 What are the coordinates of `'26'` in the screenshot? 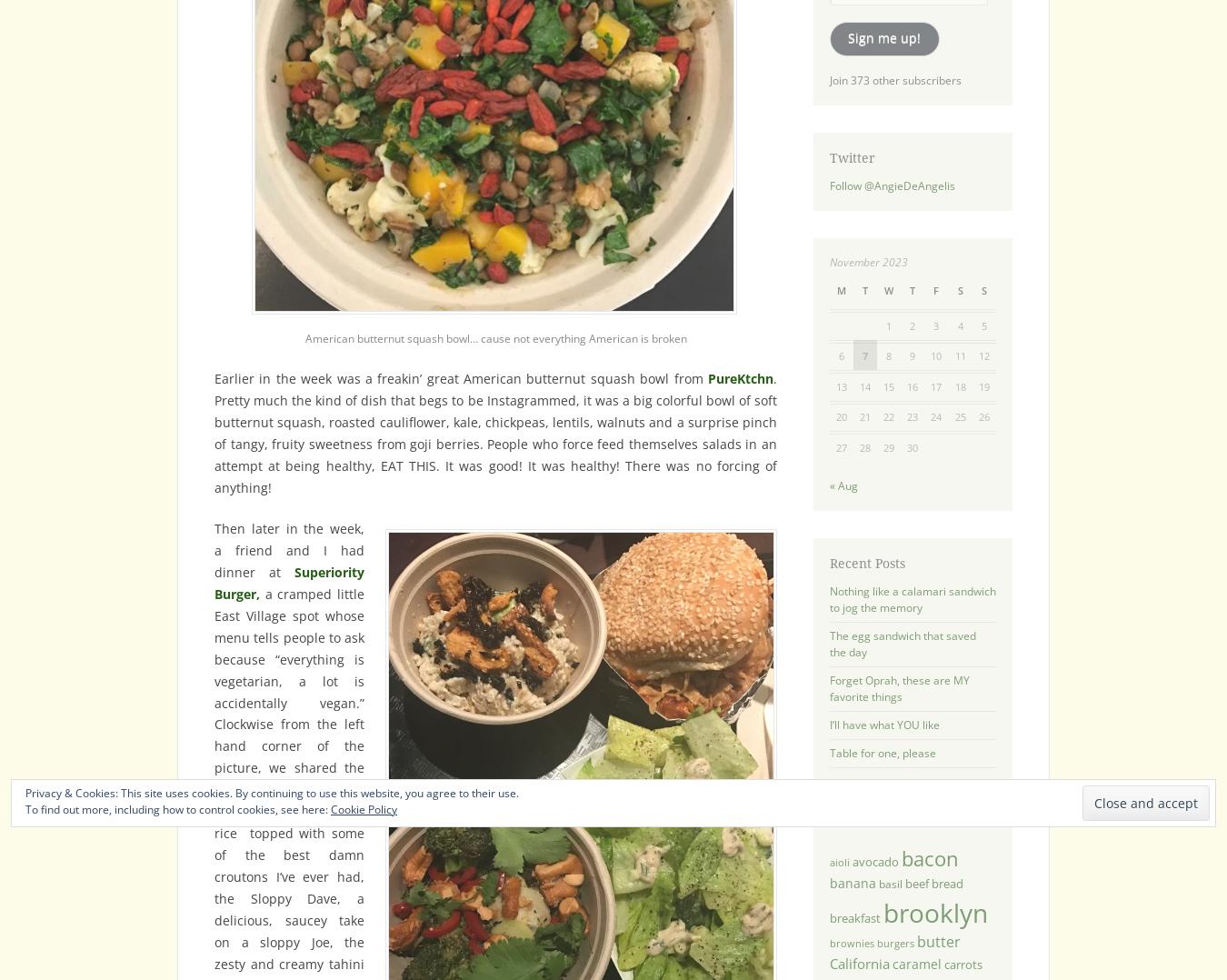 It's located at (983, 416).